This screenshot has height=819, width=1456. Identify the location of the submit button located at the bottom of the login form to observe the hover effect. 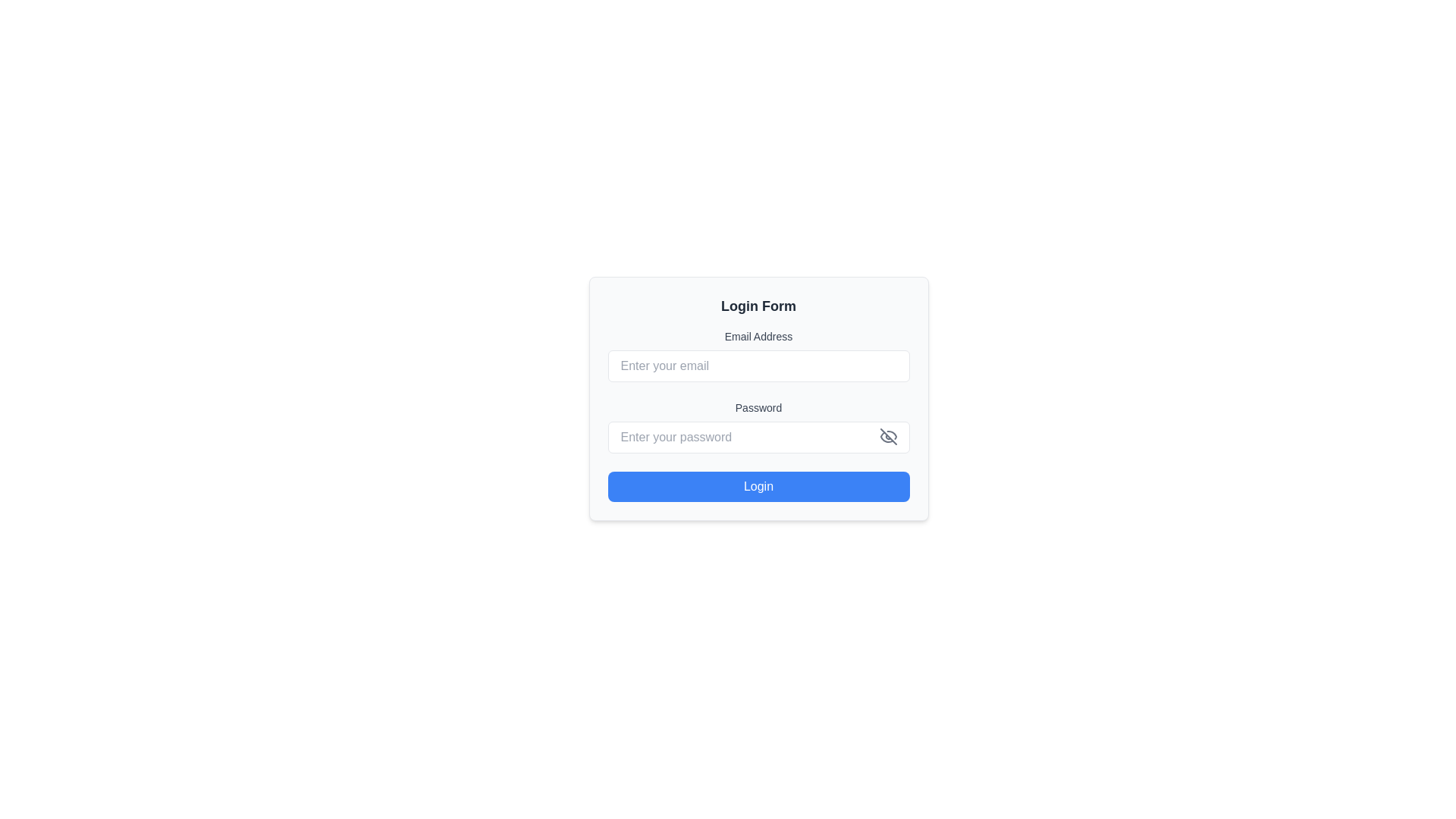
(758, 486).